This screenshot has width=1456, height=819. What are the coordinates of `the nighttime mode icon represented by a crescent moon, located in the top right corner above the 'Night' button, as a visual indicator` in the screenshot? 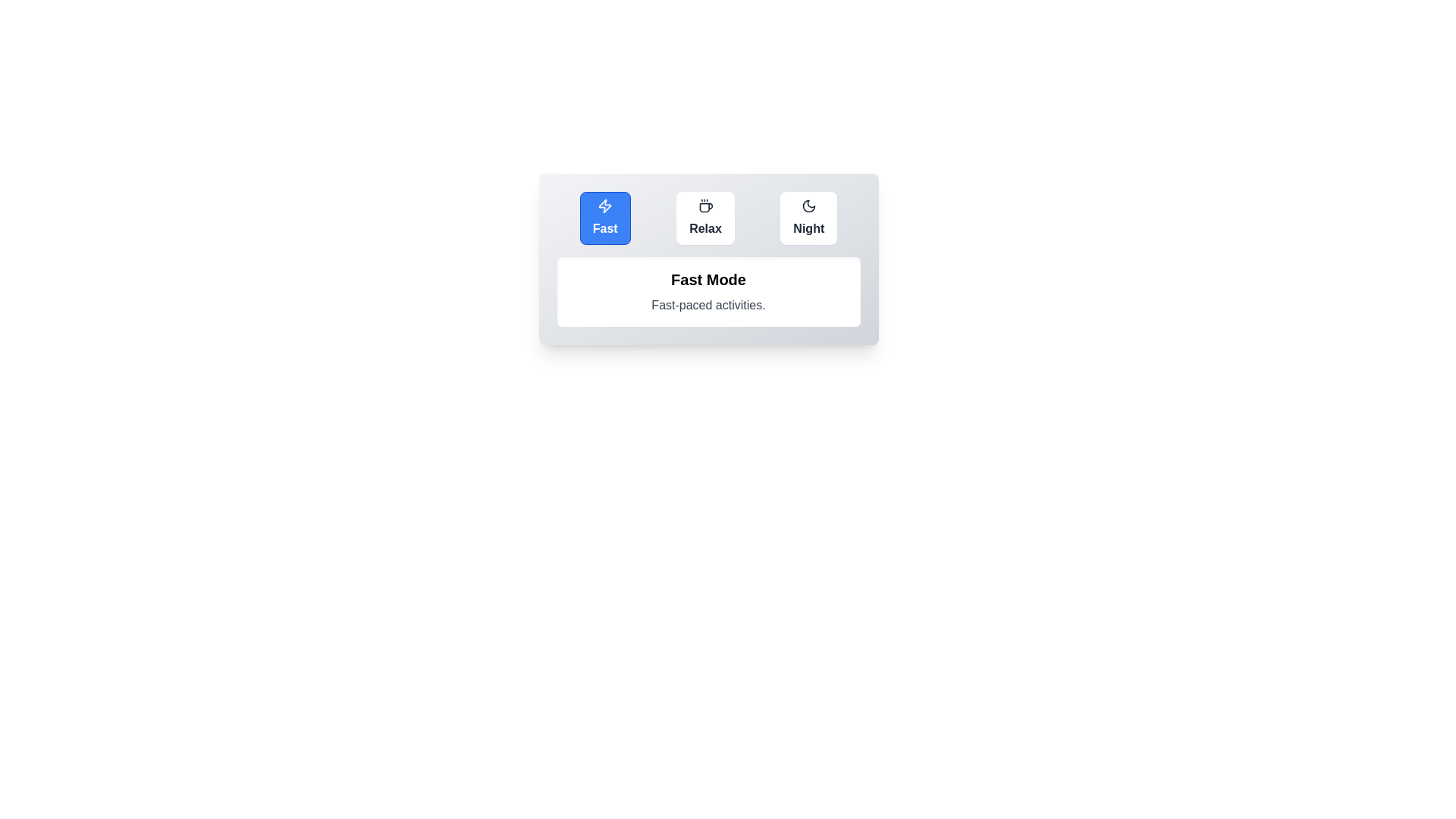 It's located at (808, 206).